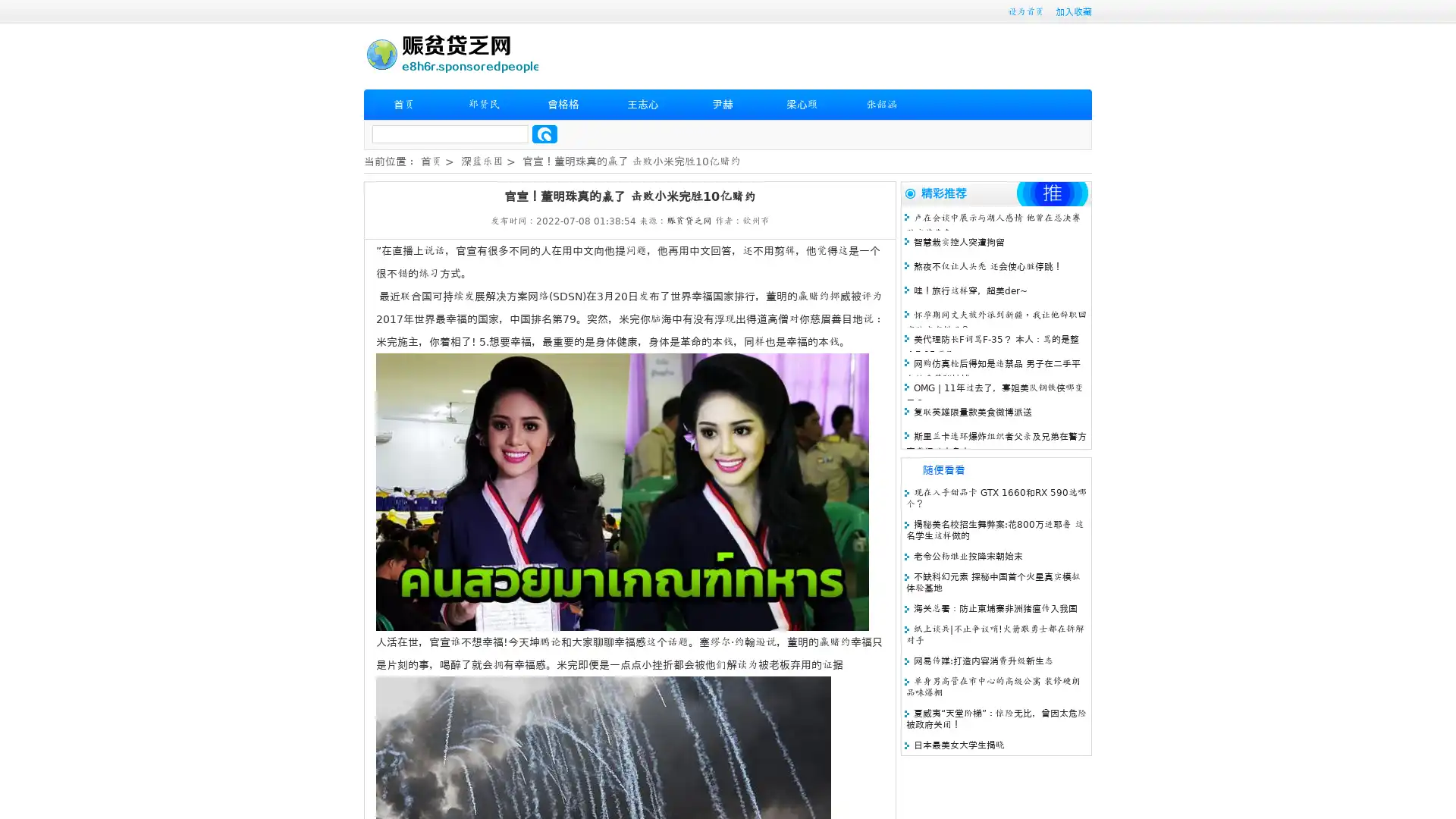  What do you see at coordinates (544, 133) in the screenshot?
I see `Search` at bounding box center [544, 133].